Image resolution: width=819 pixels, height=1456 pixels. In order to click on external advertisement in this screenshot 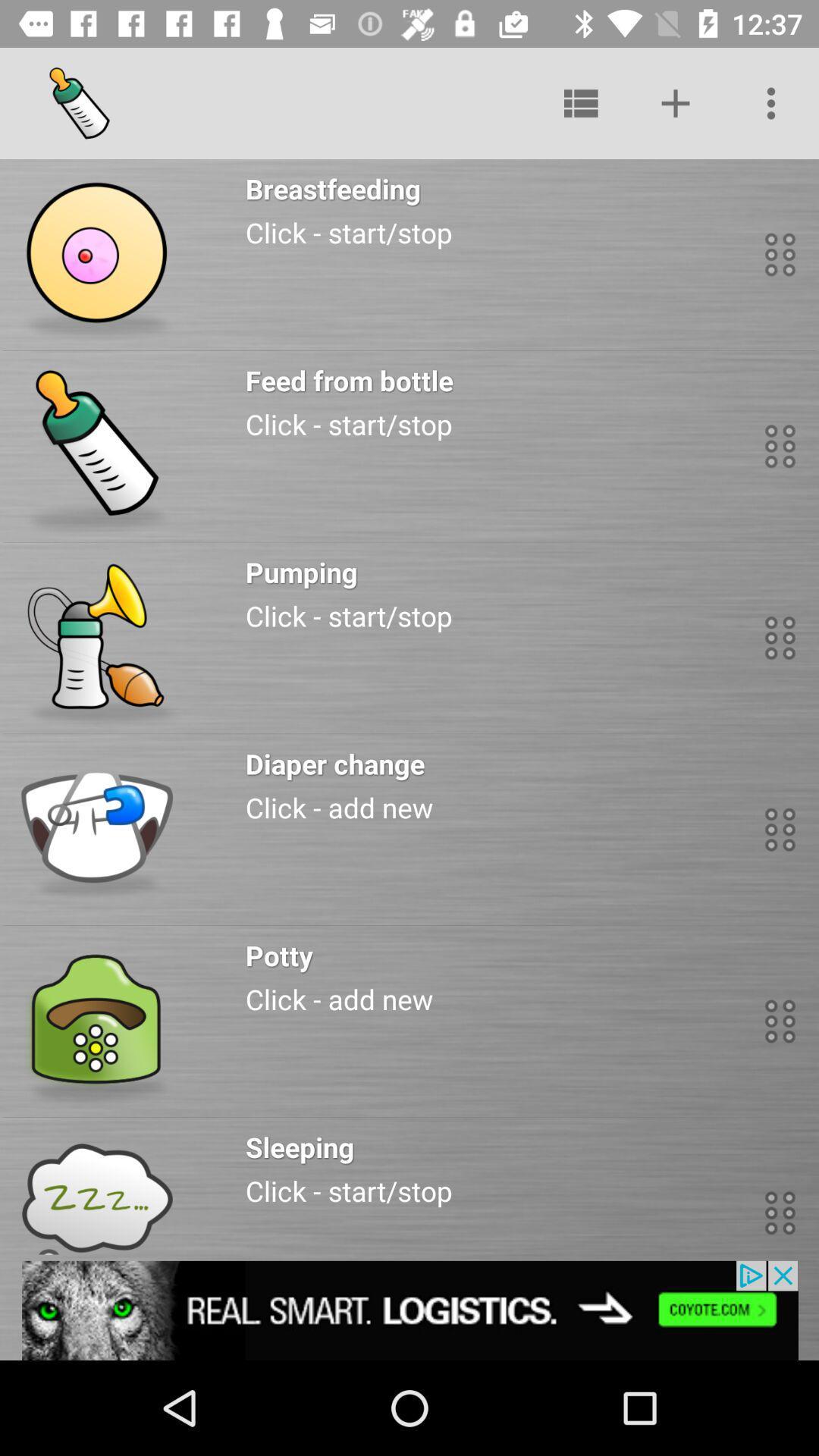, I will do `click(409, 1310)`.